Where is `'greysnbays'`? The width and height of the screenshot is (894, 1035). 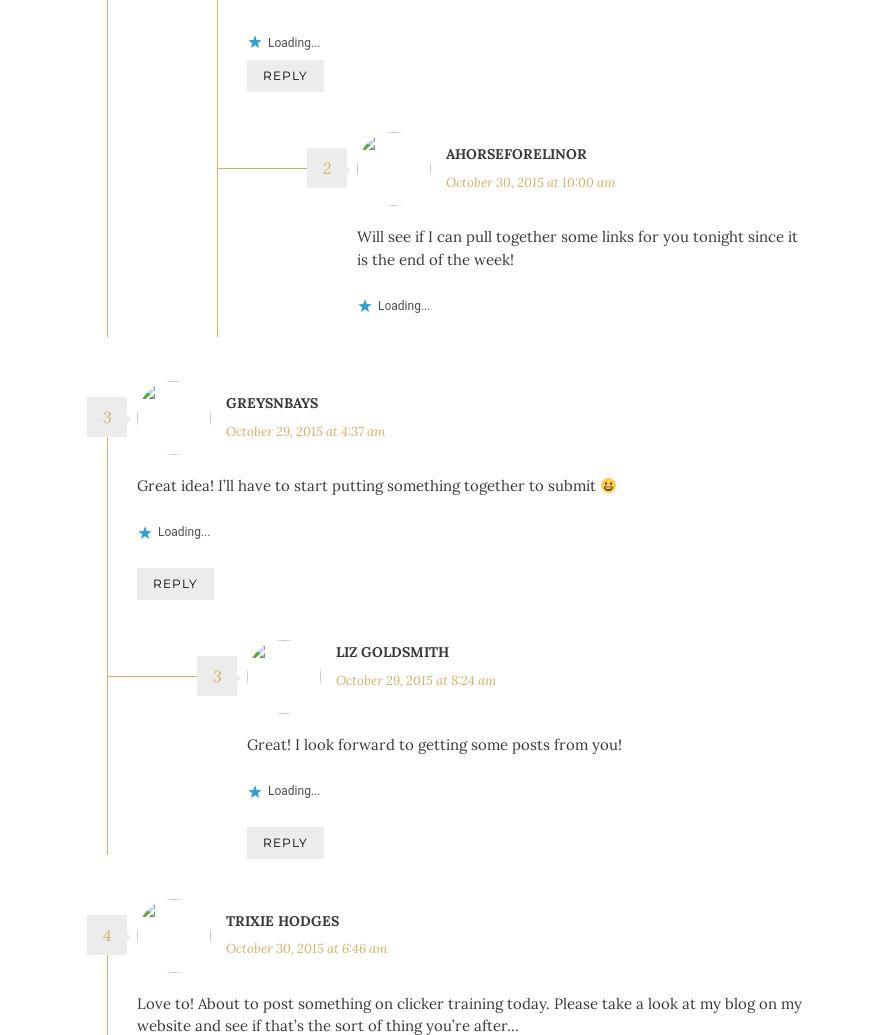
'greysnbays' is located at coordinates (271, 463).